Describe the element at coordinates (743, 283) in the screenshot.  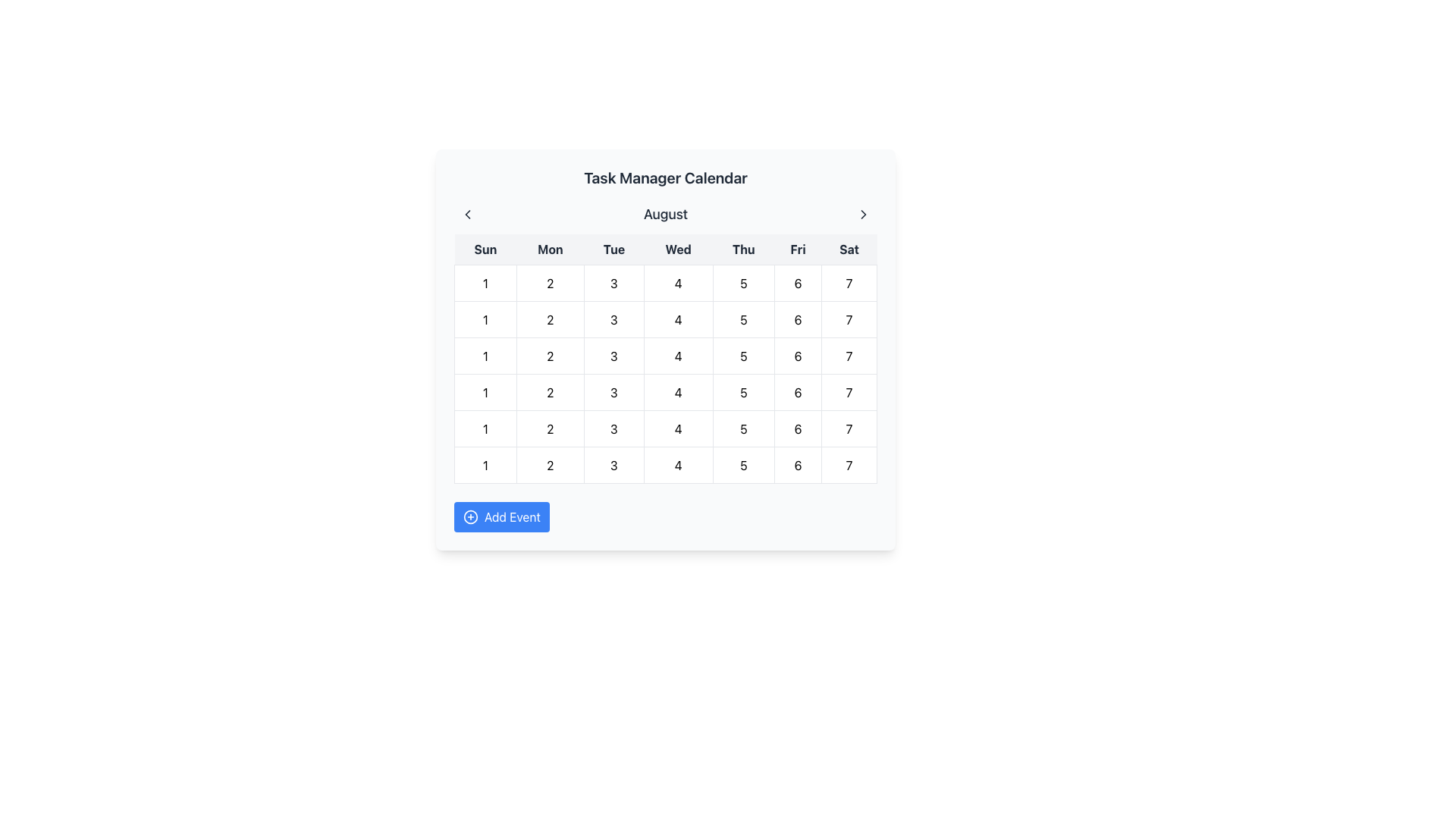
I see `the Text label displaying the date '5' in the calendar interface located in the fifth column (Thursday) of the grid` at that location.